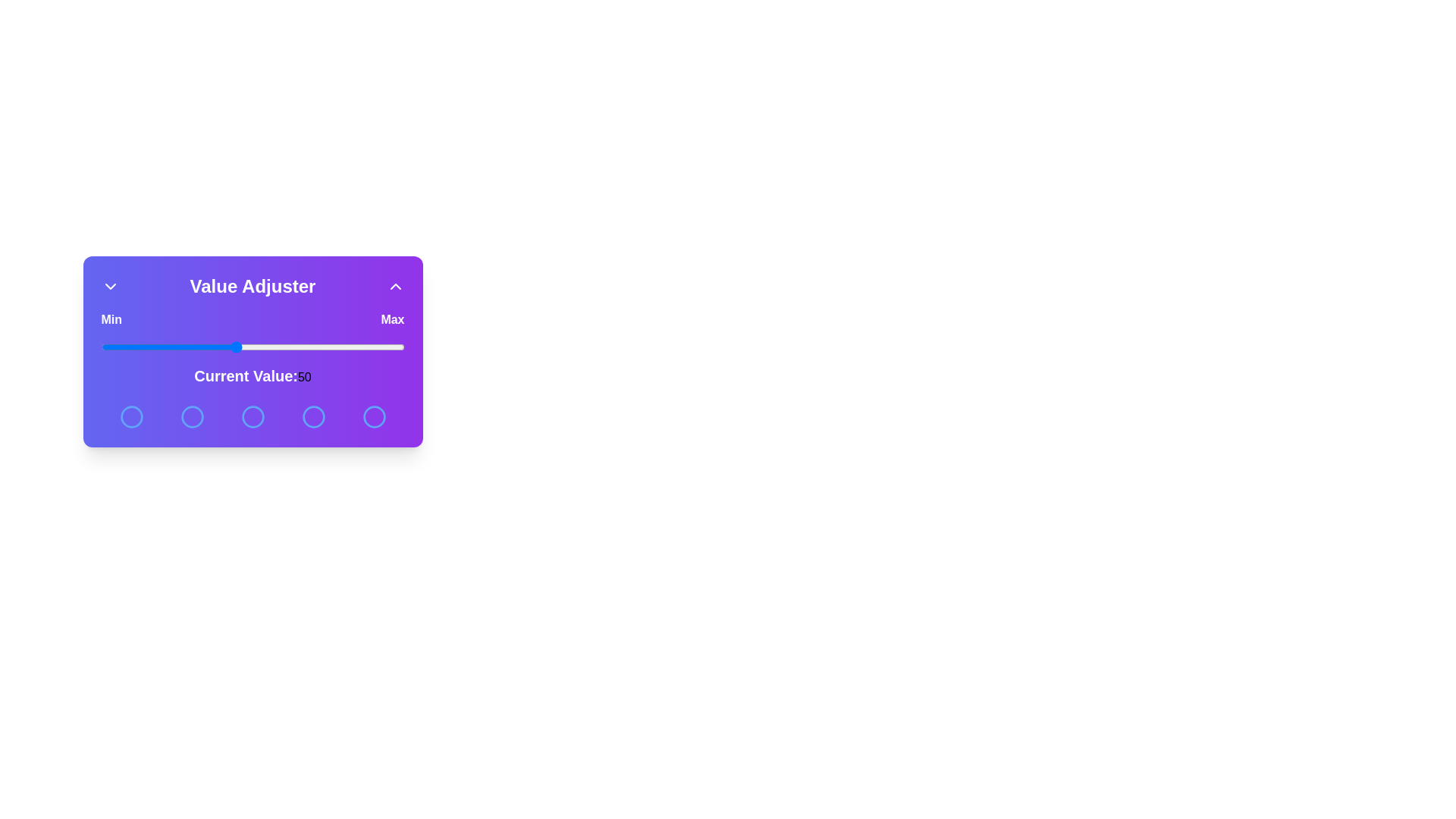 This screenshot has width=1456, height=819. I want to click on the slider to set the value to 87, so click(359, 347).